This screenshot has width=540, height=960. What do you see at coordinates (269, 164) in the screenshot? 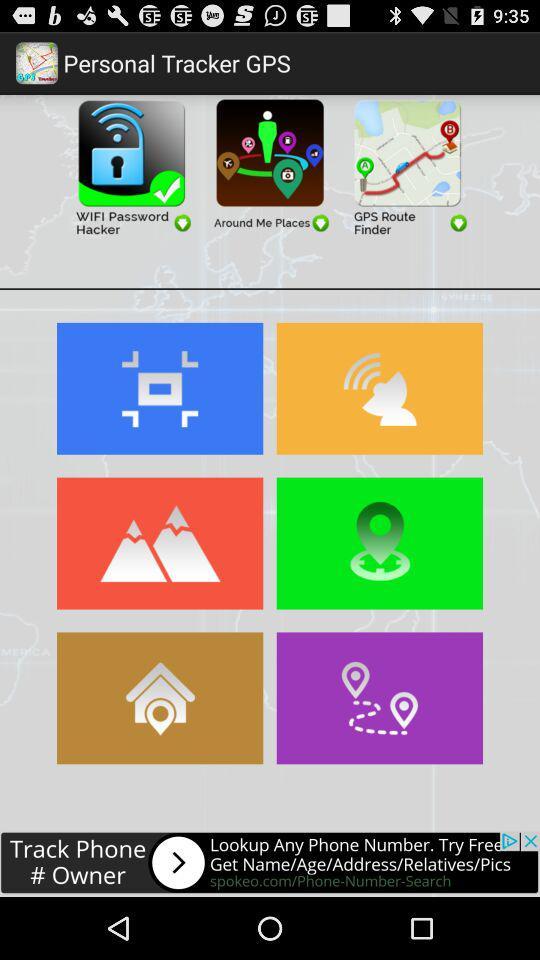
I see `places around me` at bounding box center [269, 164].